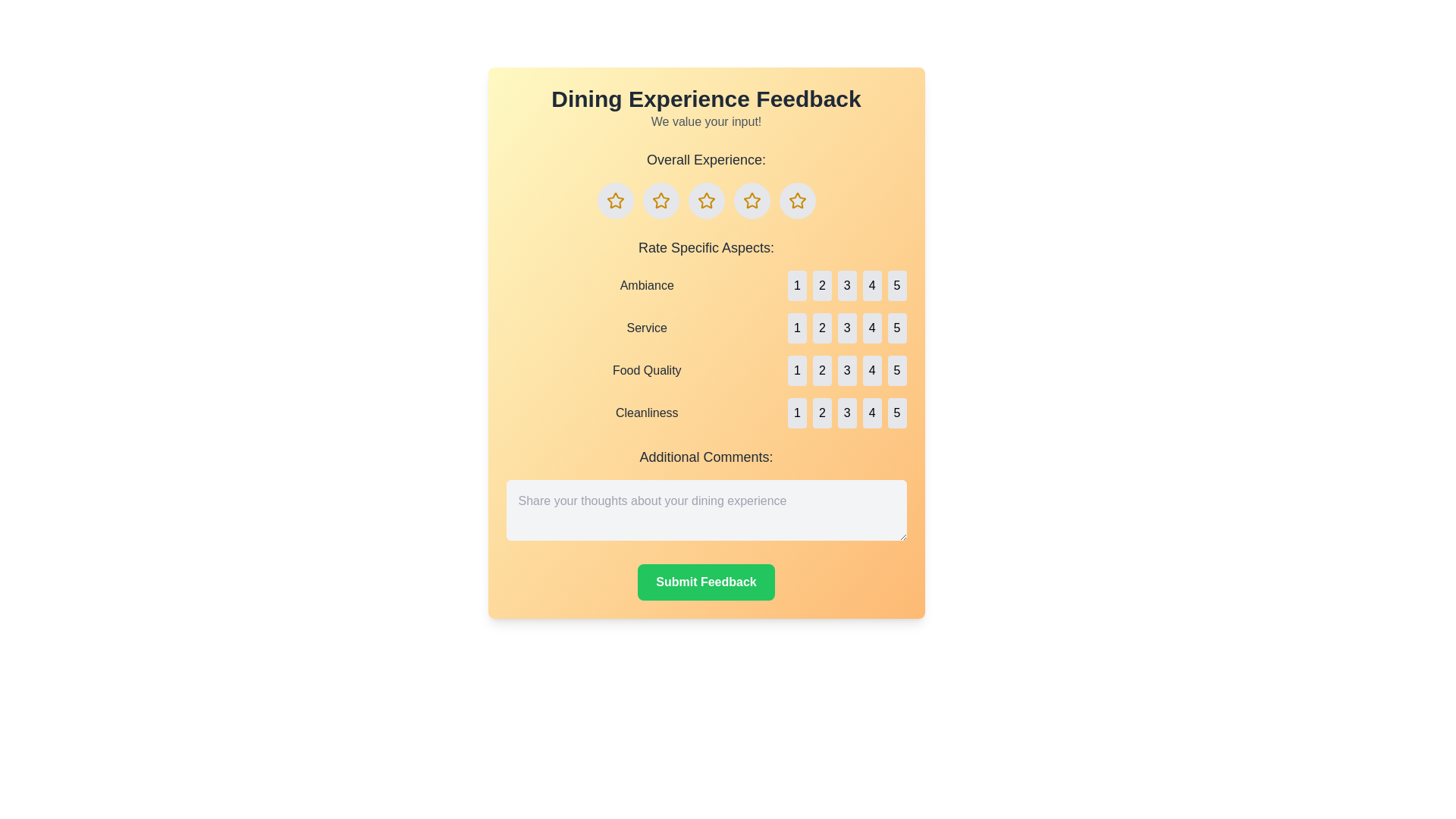 Image resolution: width=1456 pixels, height=819 pixels. What do you see at coordinates (821, 371) in the screenshot?
I see `the second button under the 'Food Quality' label` at bounding box center [821, 371].